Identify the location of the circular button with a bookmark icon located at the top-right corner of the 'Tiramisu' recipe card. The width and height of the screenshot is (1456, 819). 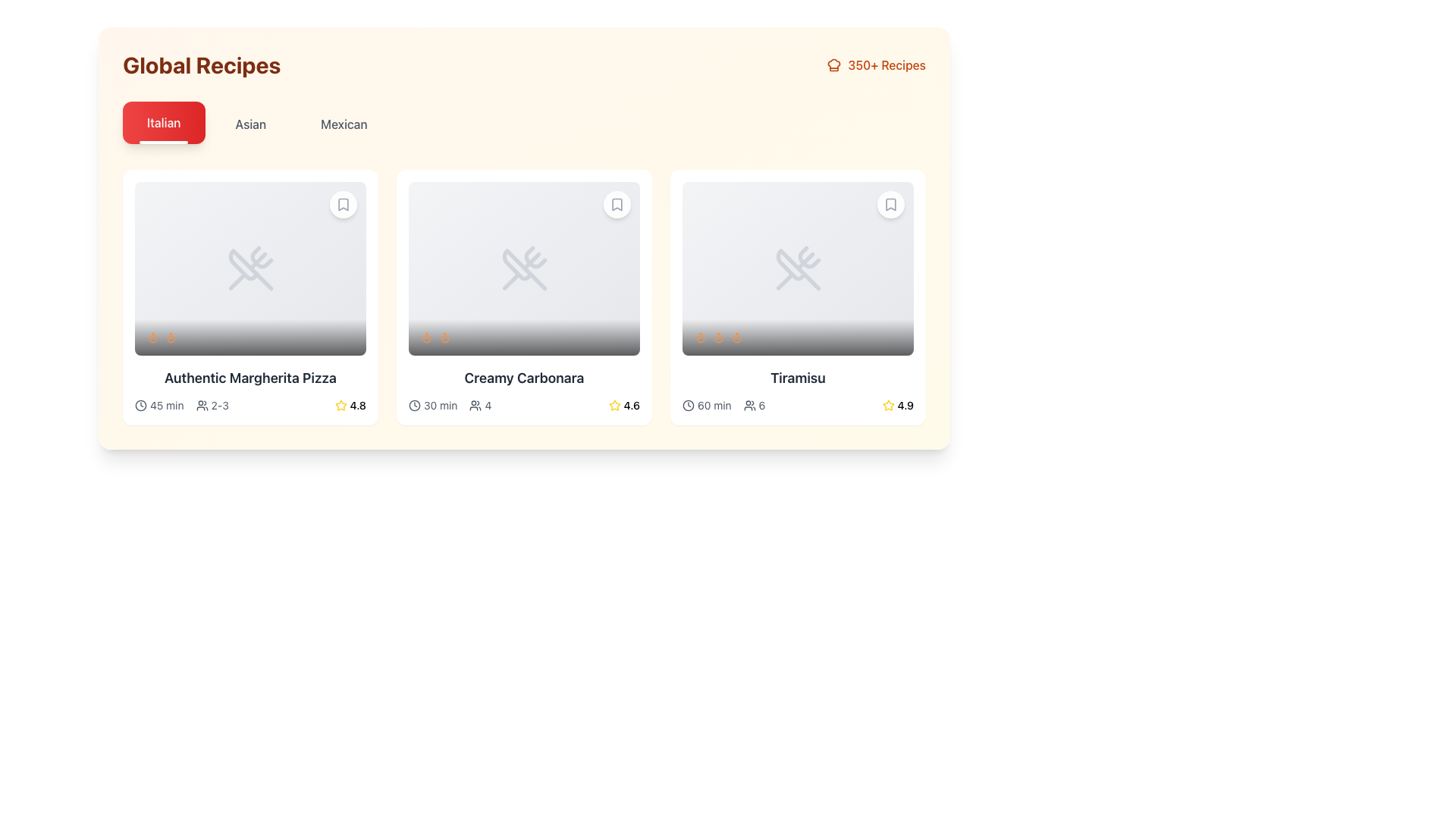
(891, 205).